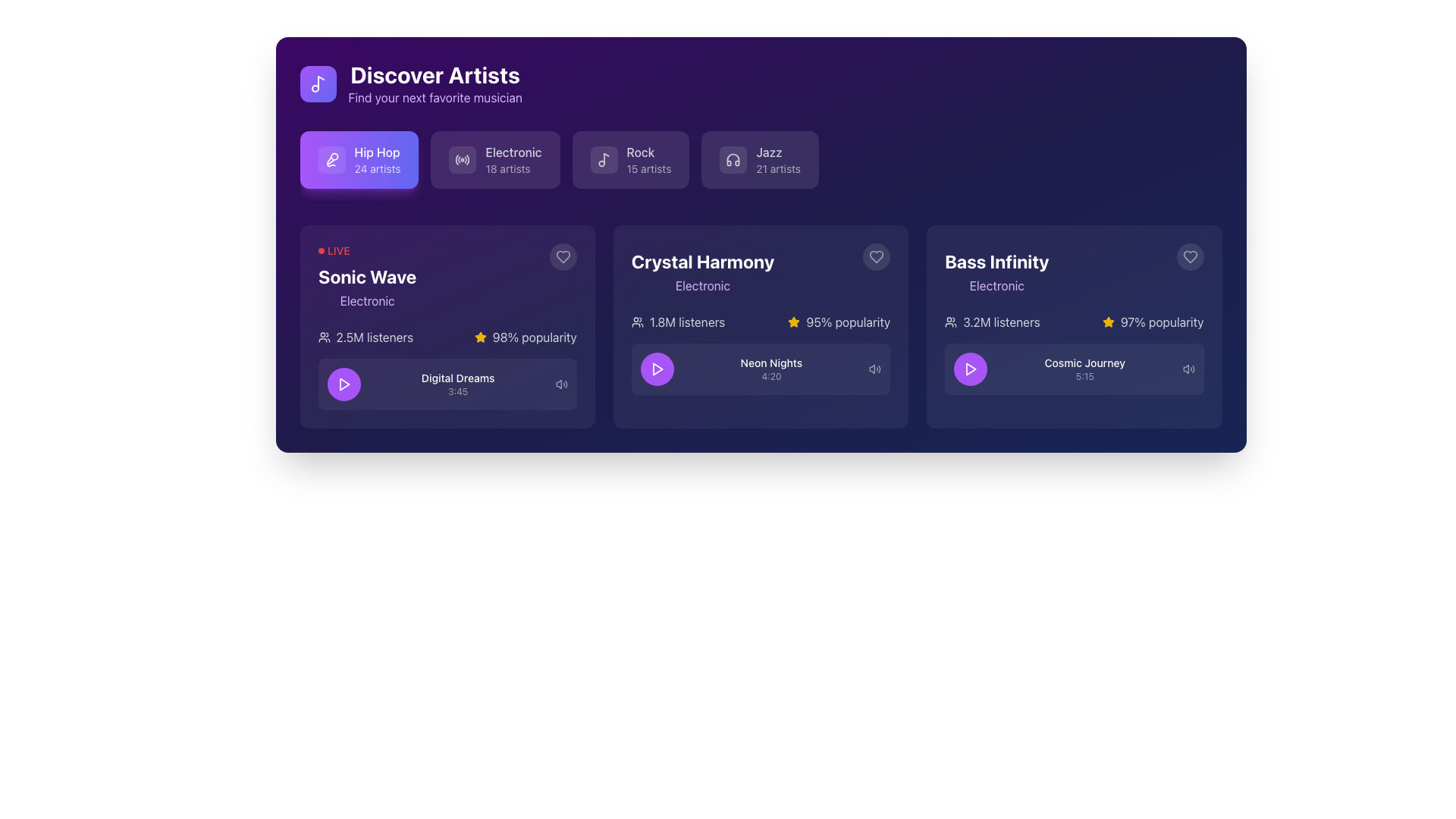  What do you see at coordinates (535, 336) in the screenshot?
I see `the text label displaying '98% popularity' in white text on a dark background as a read-only text component, located` at bounding box center [535, 336].